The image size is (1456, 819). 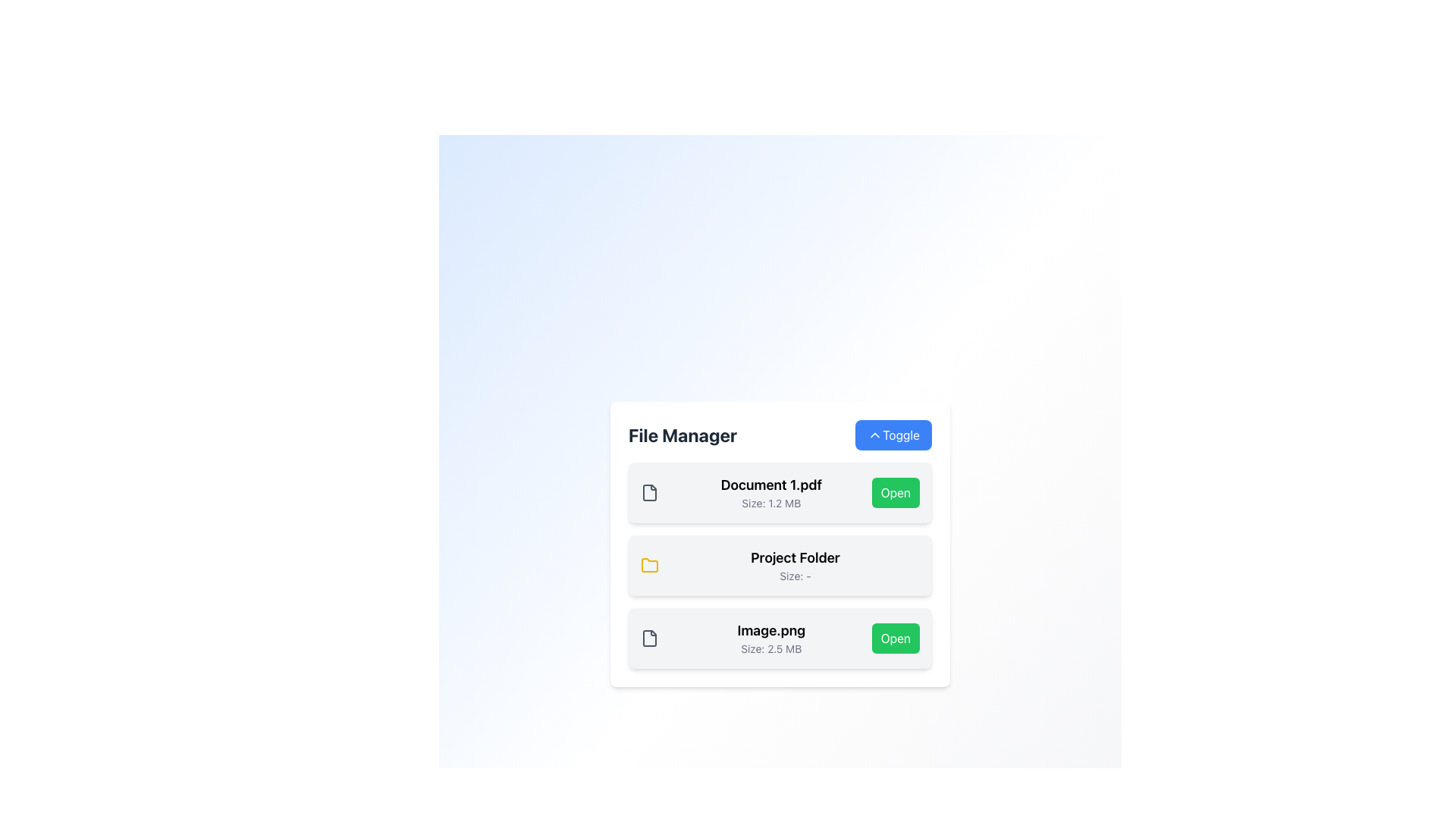 I want to click on the second list item representing a folder labeled 'Project Folder', so click(x=780, y=565).